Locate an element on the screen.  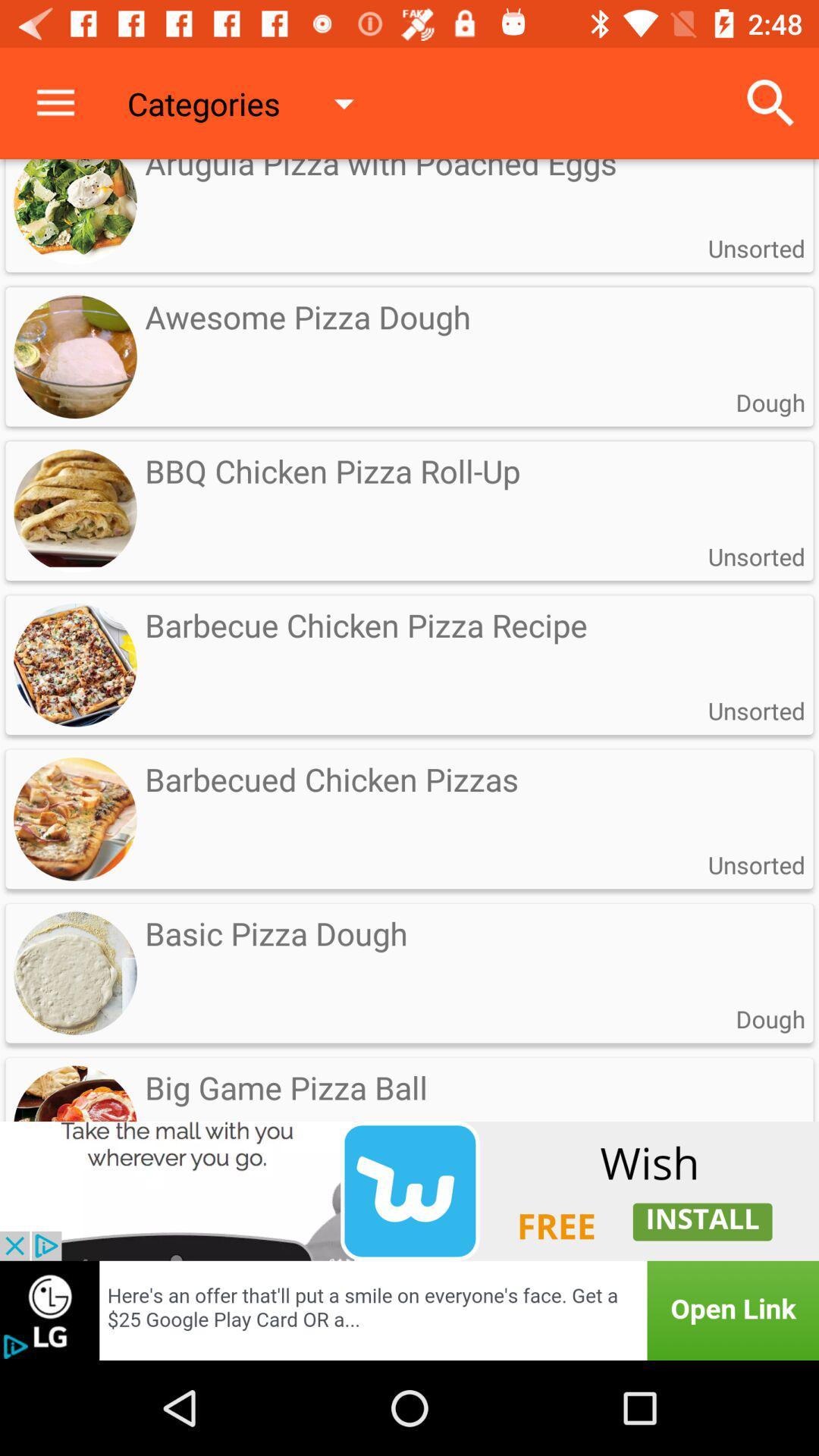
the option is located at coordinates (409, 1310).